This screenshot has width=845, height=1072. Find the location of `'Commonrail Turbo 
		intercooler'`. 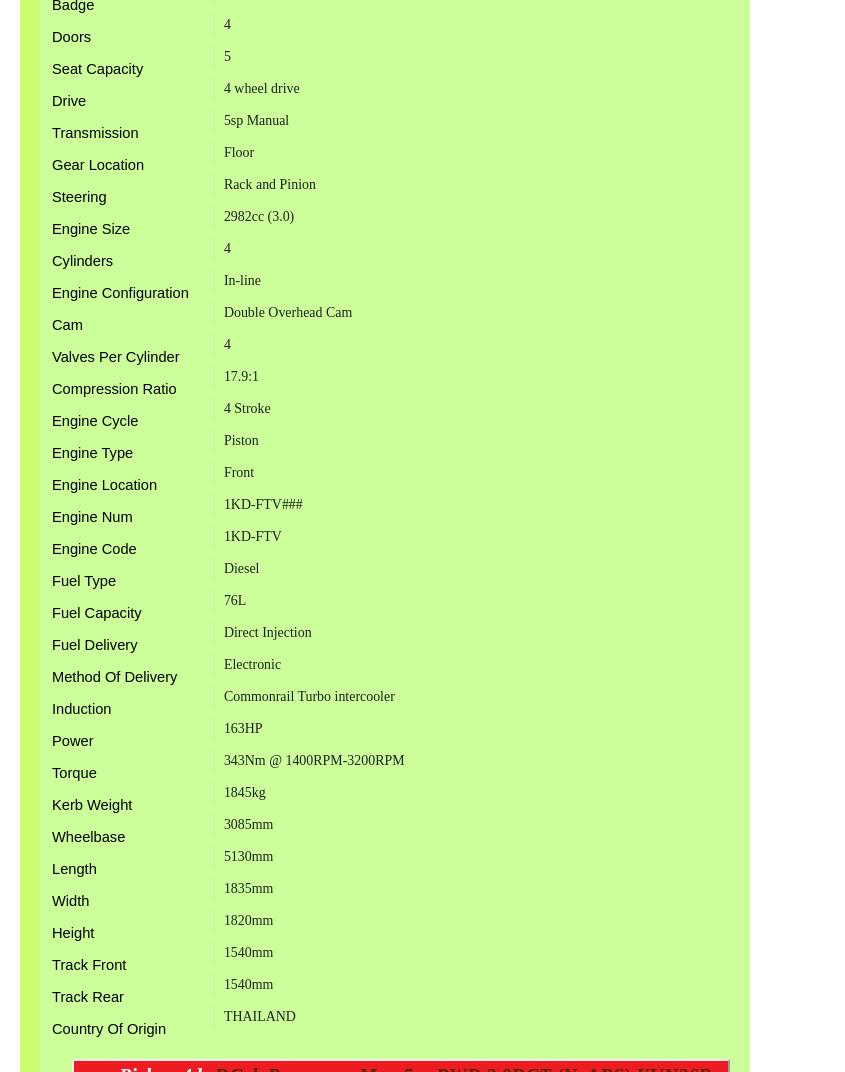

'Commonrail Turbo 
		intercooler' is located at coordinates (308, 694).